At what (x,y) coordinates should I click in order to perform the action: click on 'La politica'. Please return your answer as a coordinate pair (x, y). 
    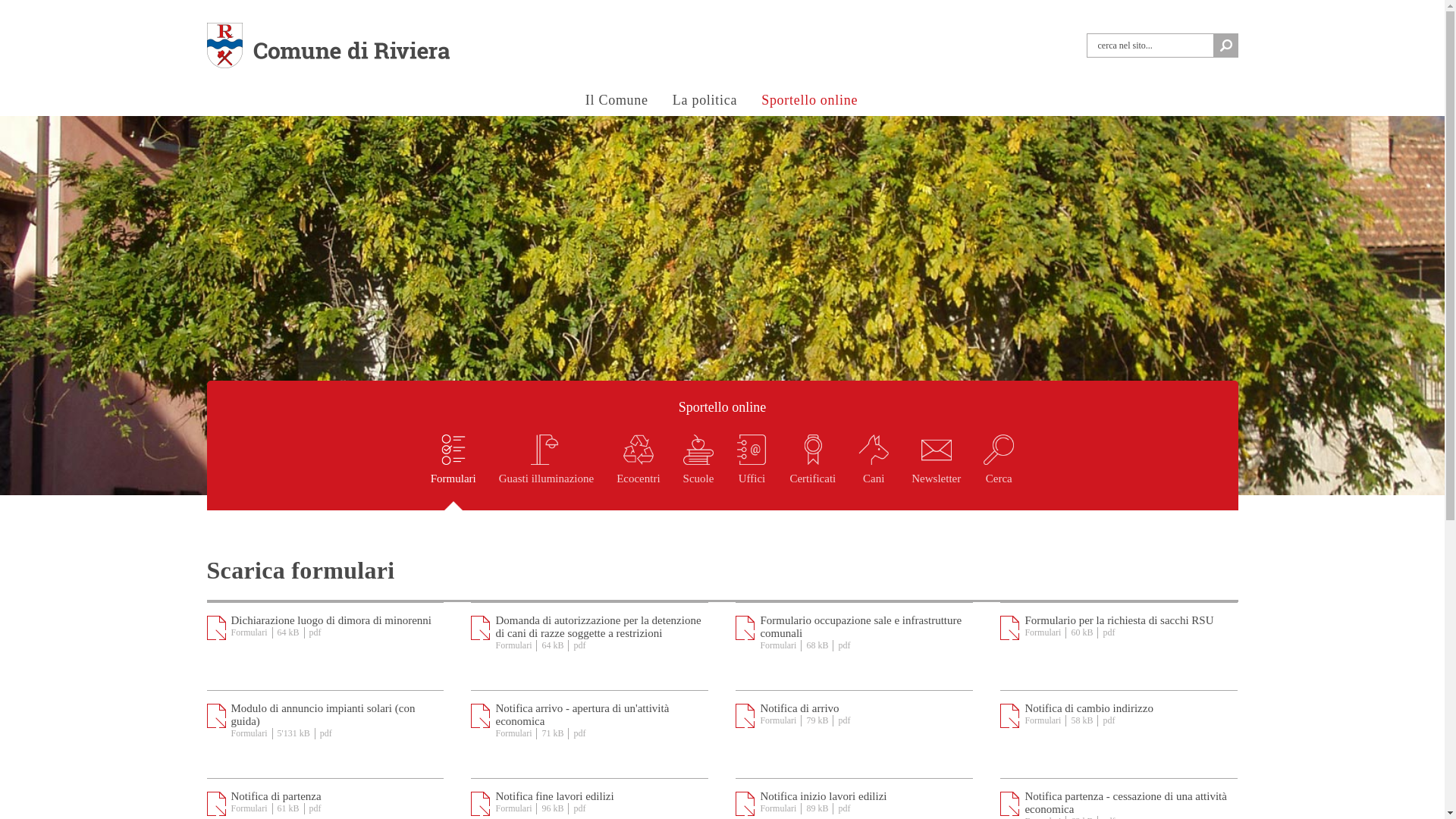
    Looking at the image, I should click on (704, 101).